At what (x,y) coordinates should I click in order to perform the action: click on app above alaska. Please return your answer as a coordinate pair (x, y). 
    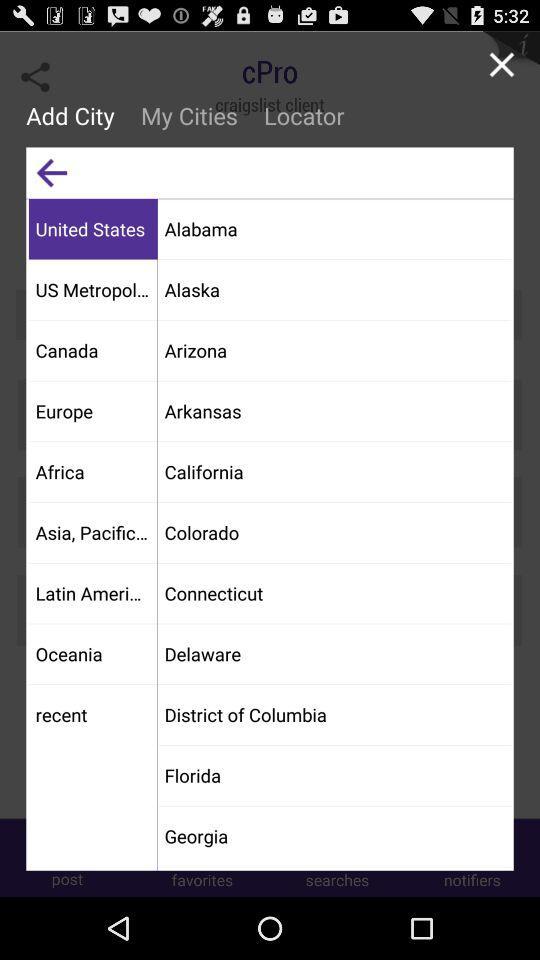
    Looking at the image, I should click on (334, 228).